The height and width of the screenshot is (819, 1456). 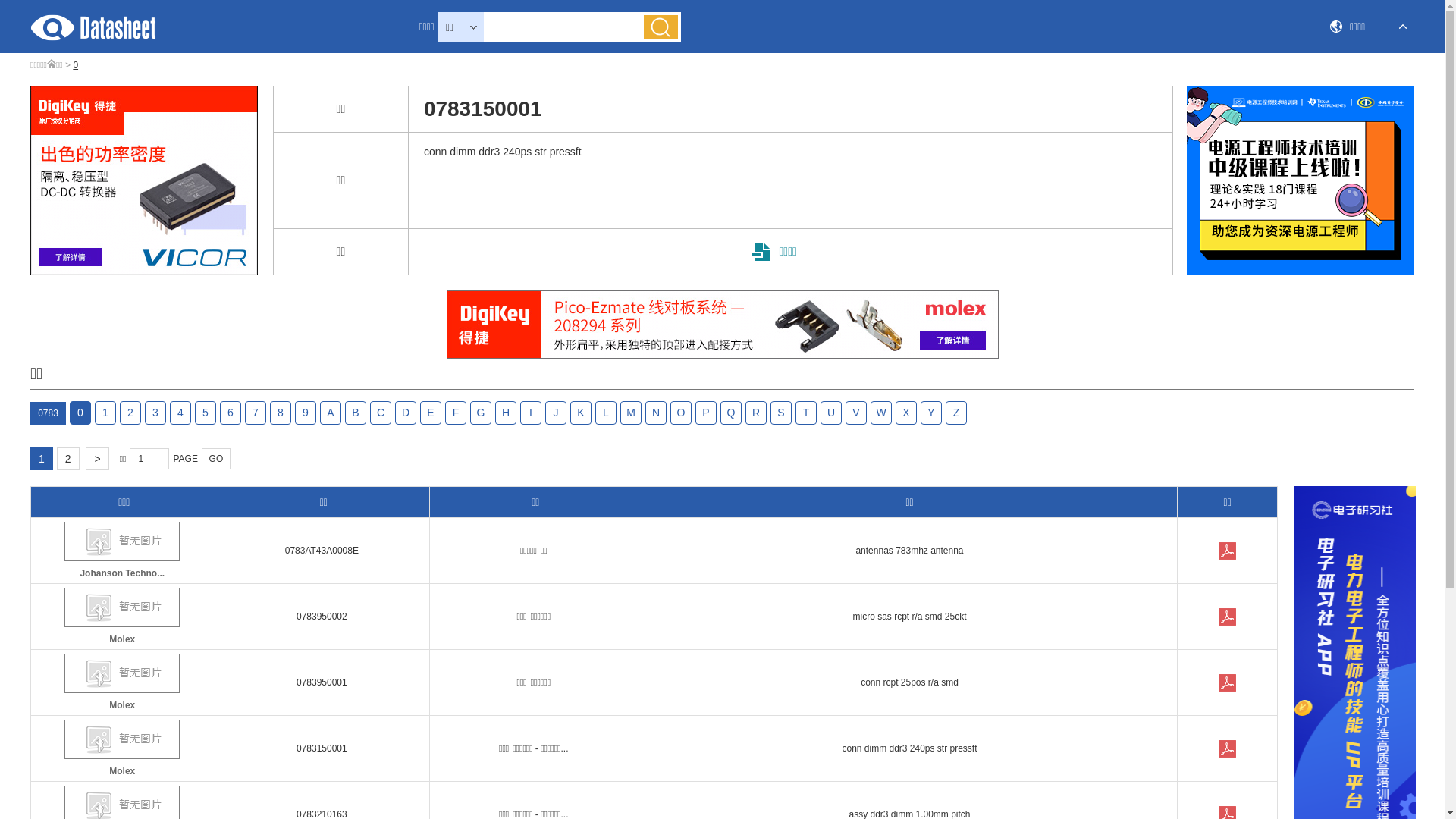 What do you see at coordinates (429, 413) in the screenshot?
I see `'E'` at bounding box center [429, 413].